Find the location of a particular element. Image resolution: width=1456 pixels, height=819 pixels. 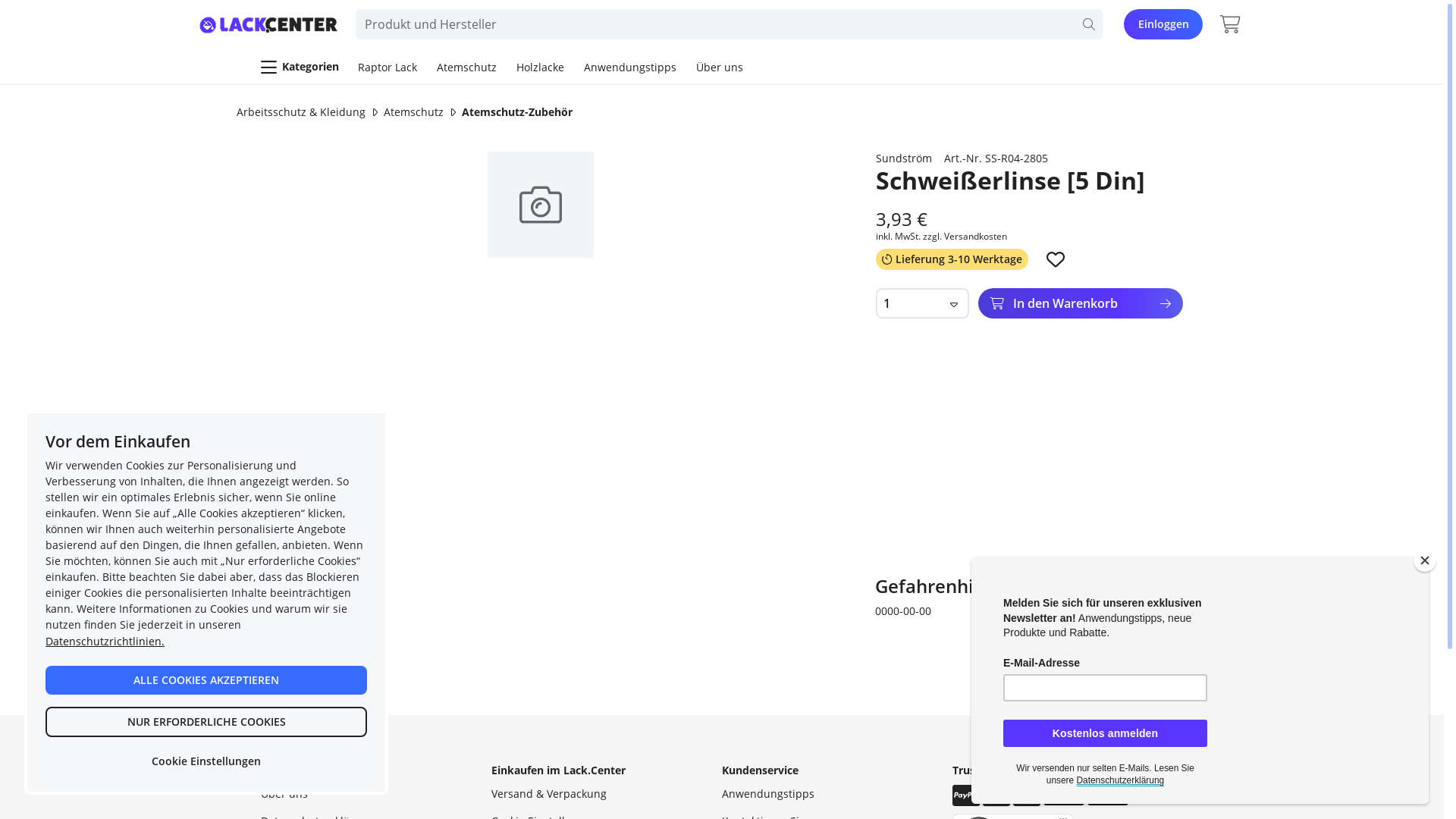

'Datenschutzrichtlinien.' is located at coordinates (45, 641).